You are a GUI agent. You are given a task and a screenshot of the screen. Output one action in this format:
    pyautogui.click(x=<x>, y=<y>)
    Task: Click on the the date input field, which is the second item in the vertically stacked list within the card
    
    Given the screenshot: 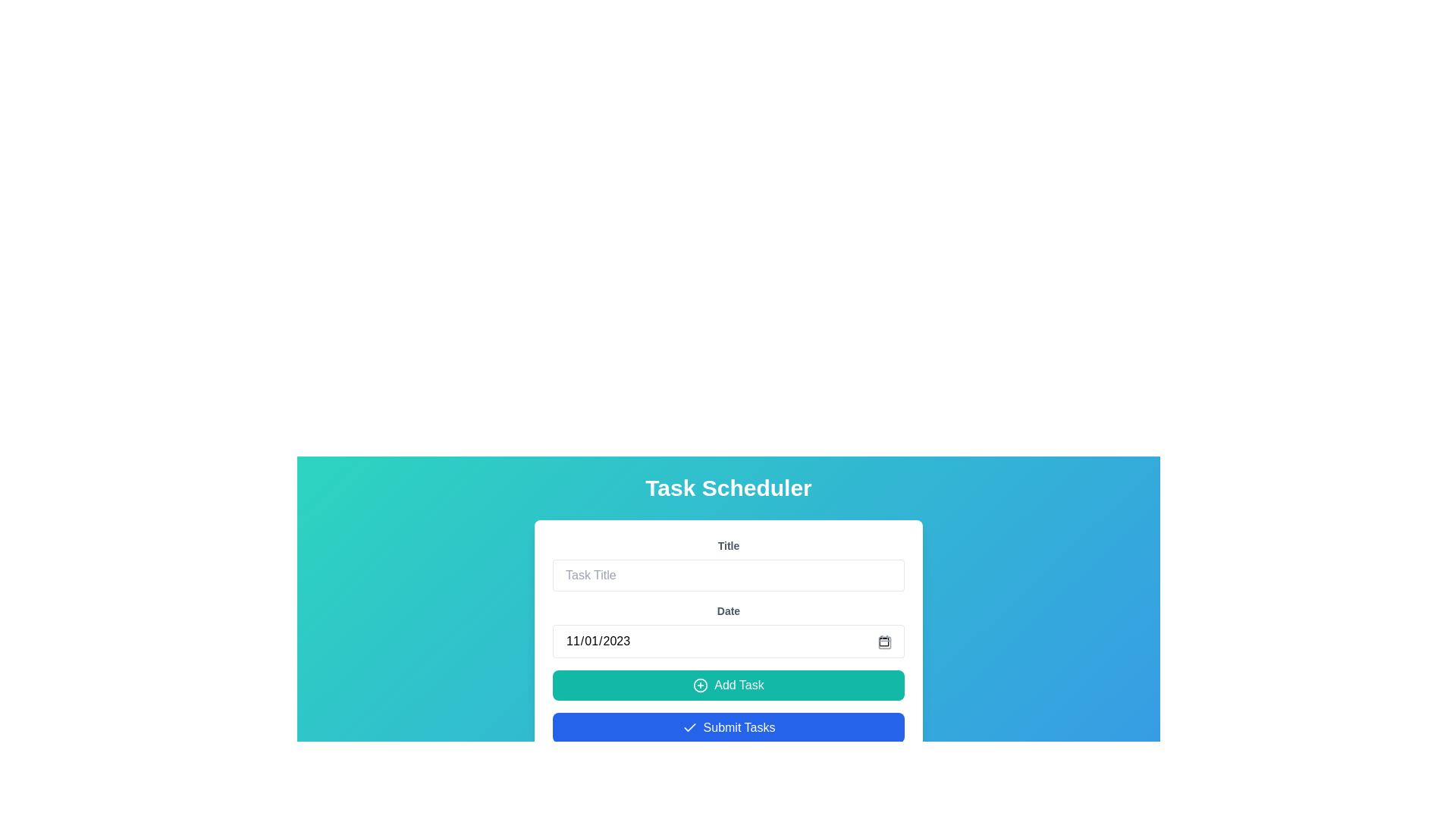 What is the action you would take?
    pyautogui.click(x=728, y=631)
    